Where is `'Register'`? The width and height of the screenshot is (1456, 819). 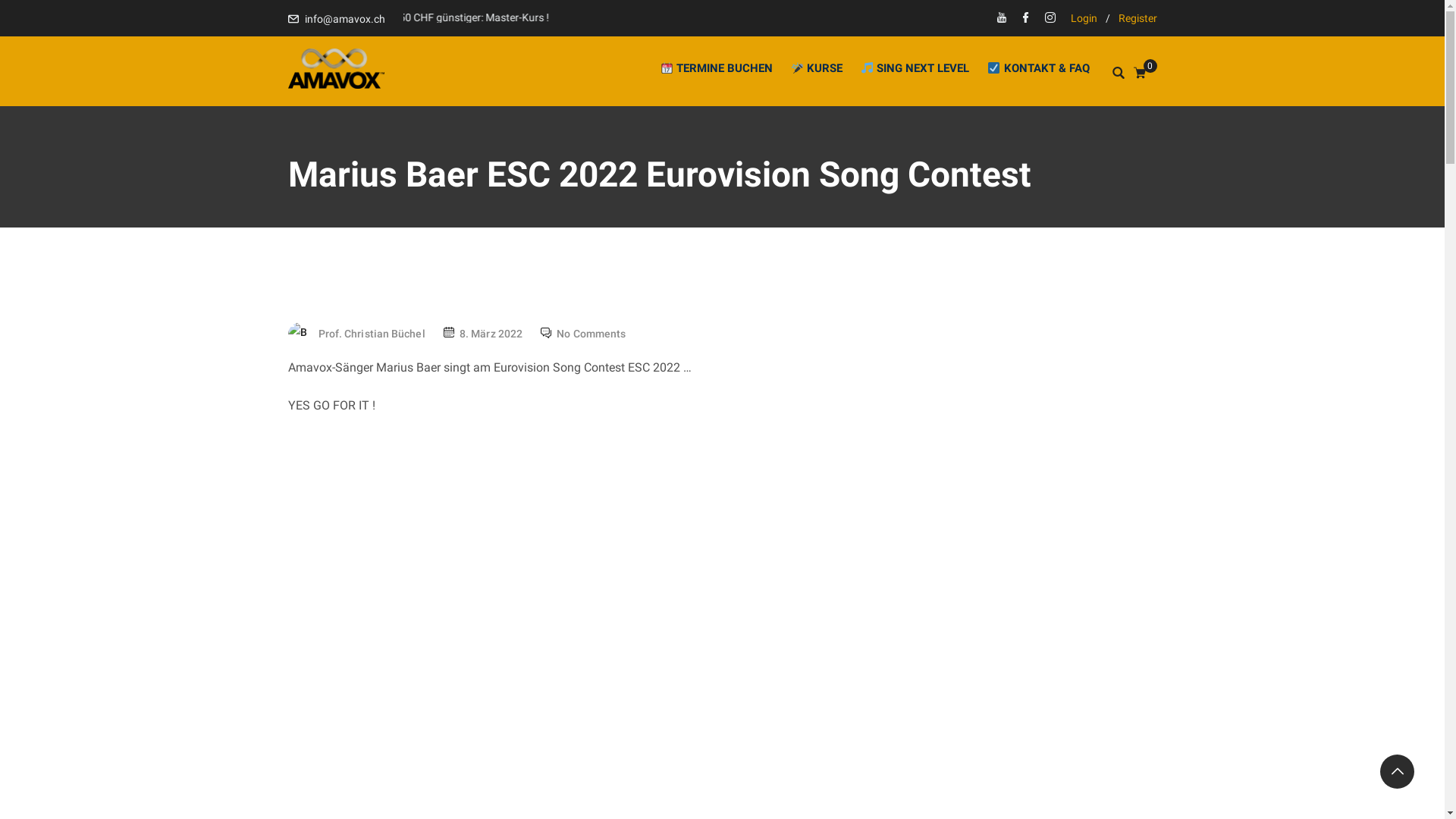 'Register' is located at coordinates (1137, 17).